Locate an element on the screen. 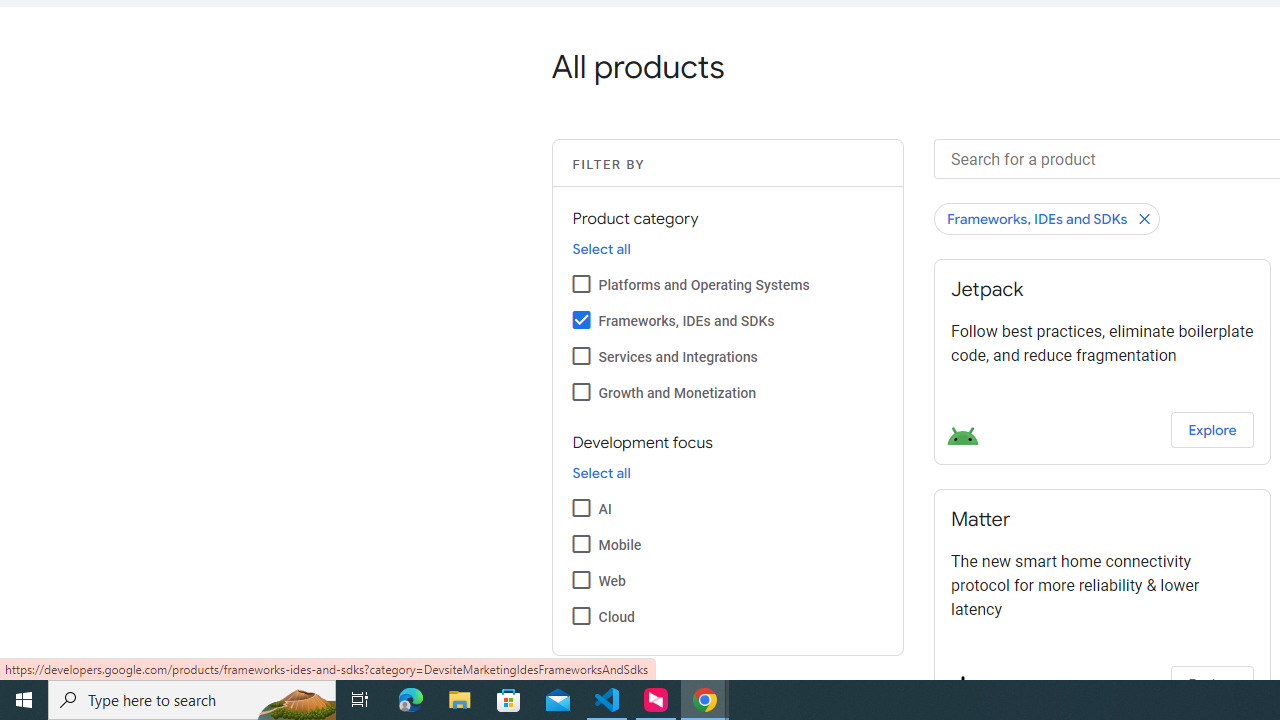 This screenshot has height=720, width=1280. 'Web' is located at coordinates (580, 579).